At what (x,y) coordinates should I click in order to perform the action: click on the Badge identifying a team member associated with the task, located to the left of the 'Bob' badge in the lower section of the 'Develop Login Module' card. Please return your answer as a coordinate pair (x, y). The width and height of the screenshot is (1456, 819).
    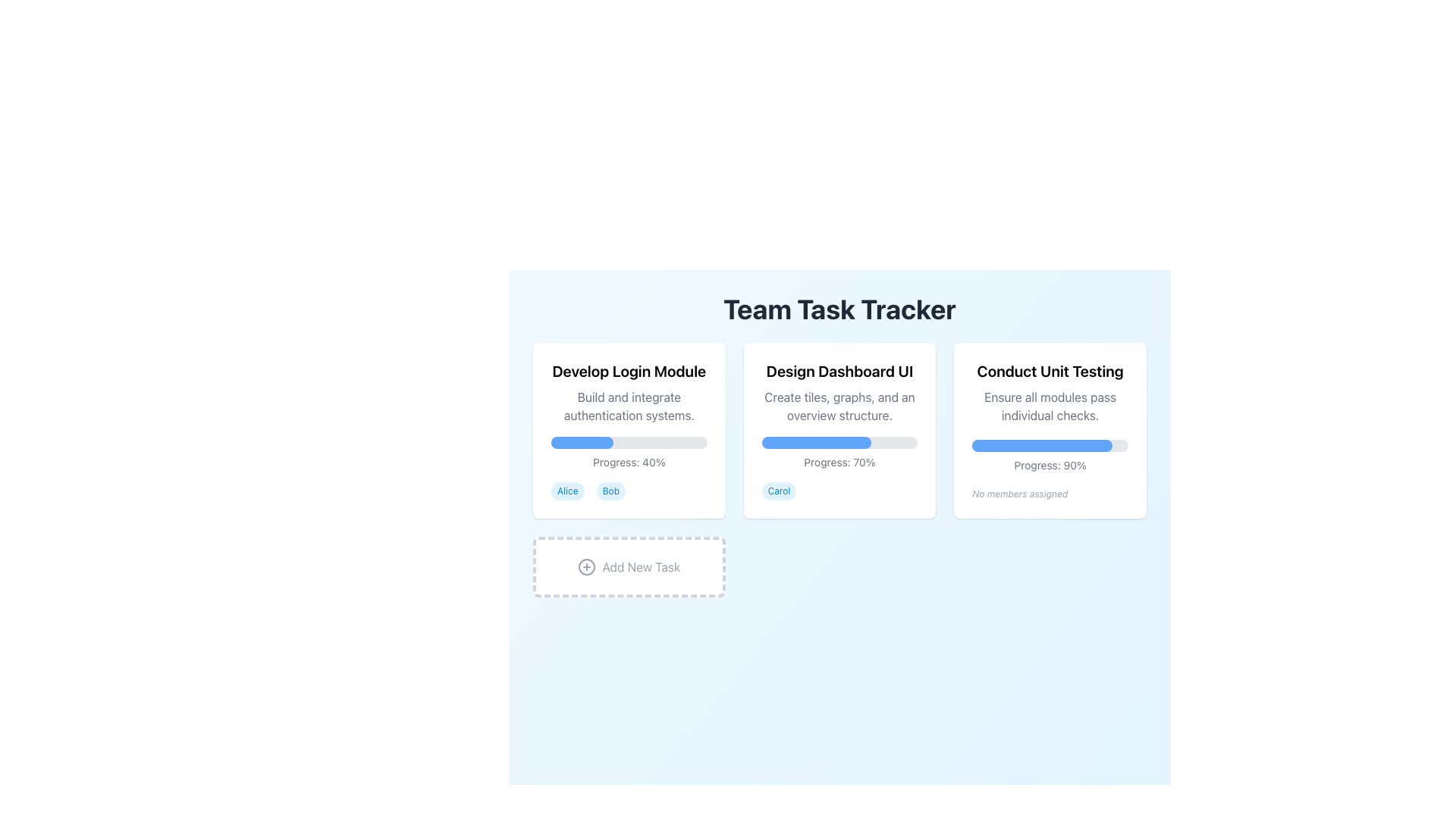
    Looking at the image, I should click on (566, 491).